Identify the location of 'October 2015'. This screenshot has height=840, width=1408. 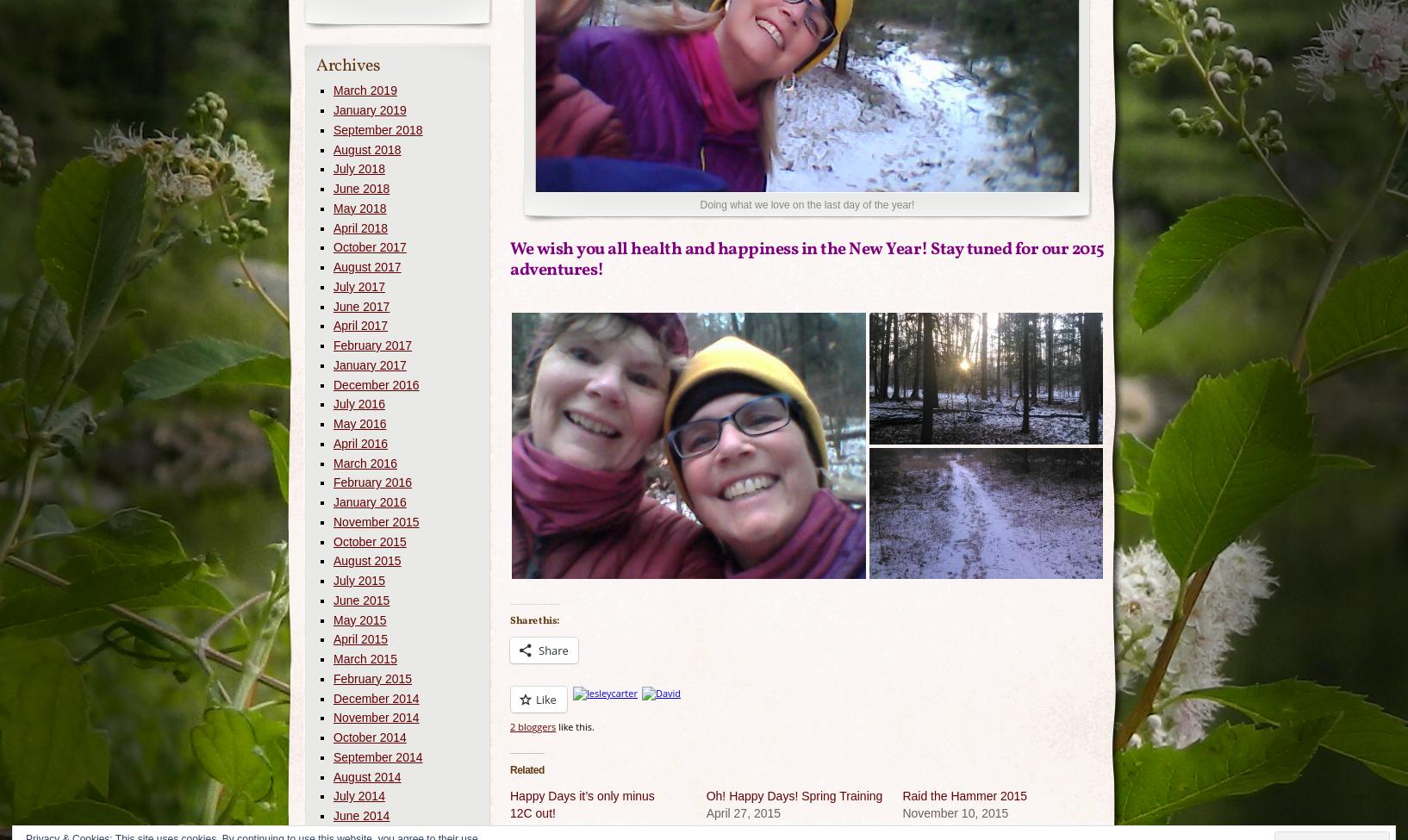
(369, 540).